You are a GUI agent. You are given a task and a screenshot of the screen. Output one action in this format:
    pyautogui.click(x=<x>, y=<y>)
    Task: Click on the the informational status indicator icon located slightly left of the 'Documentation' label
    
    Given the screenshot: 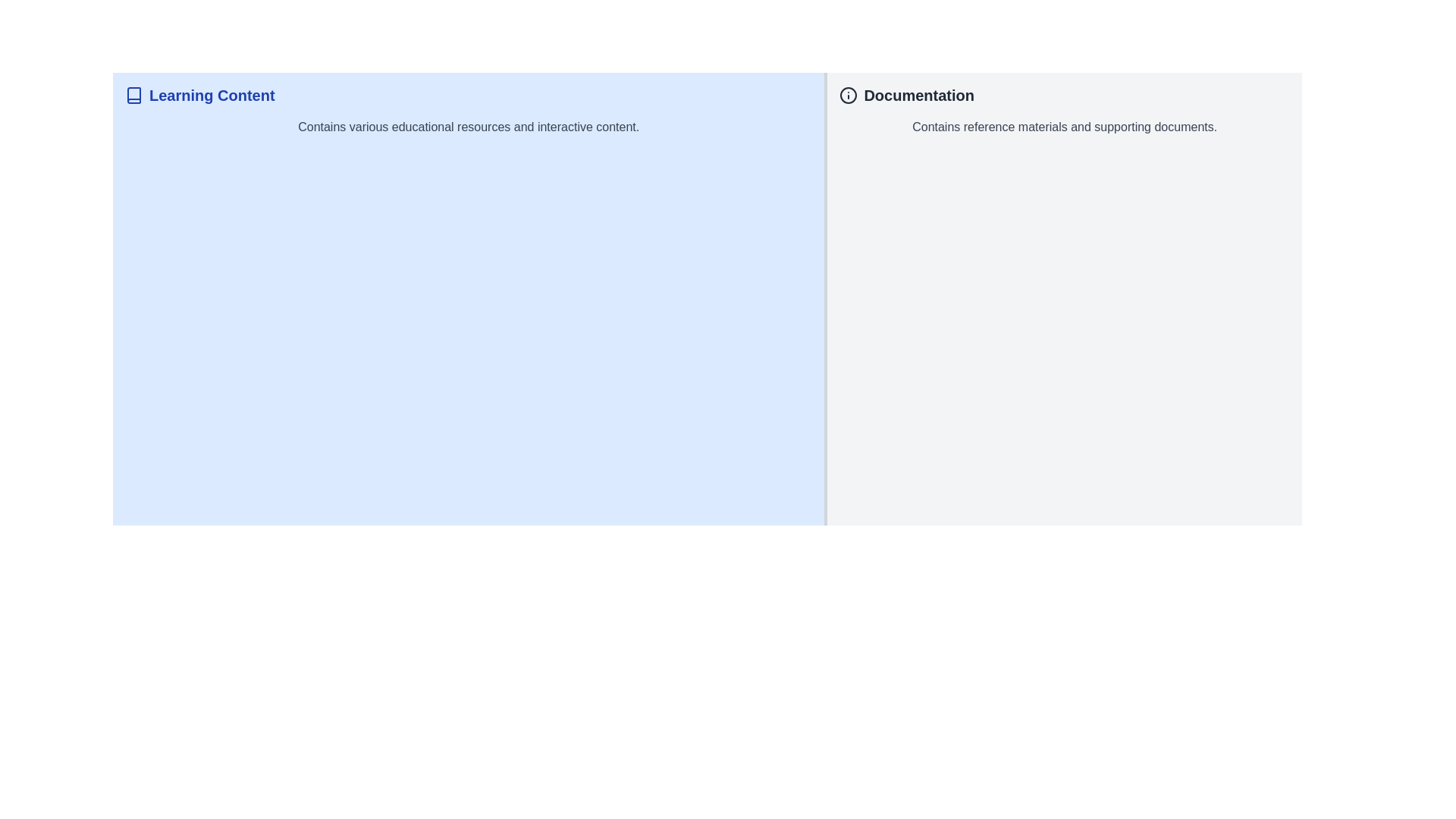 What is the action you would take?
    pyautogui.click(x=848, y=96)
    